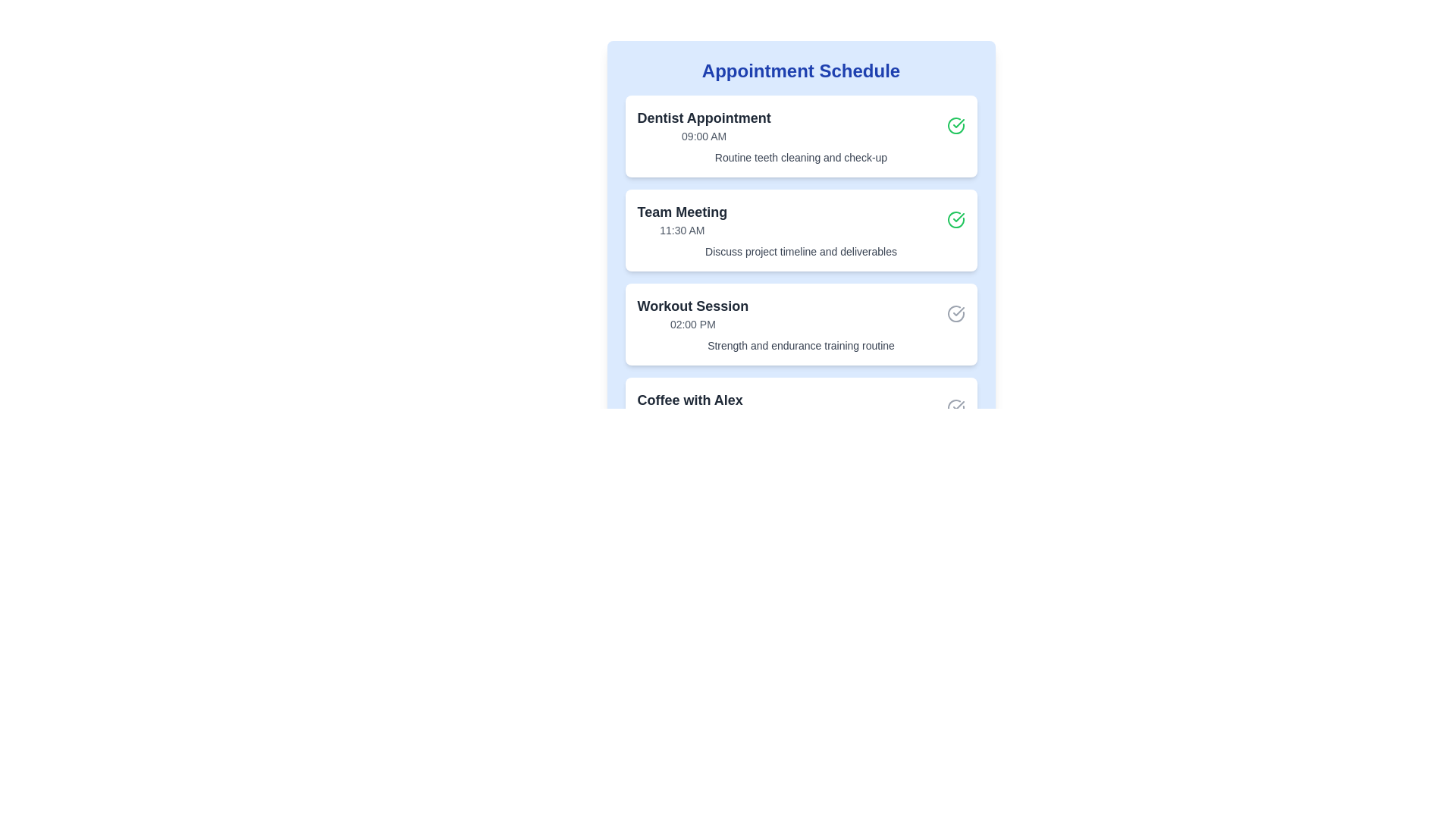 This screenshot has height=819, width=1456. I want to click on the 'Workout Session' appointment label, which displays the scheduled time of '02:00 PM', positioned as the third item in a vertically stacked list, so click(692, 312).